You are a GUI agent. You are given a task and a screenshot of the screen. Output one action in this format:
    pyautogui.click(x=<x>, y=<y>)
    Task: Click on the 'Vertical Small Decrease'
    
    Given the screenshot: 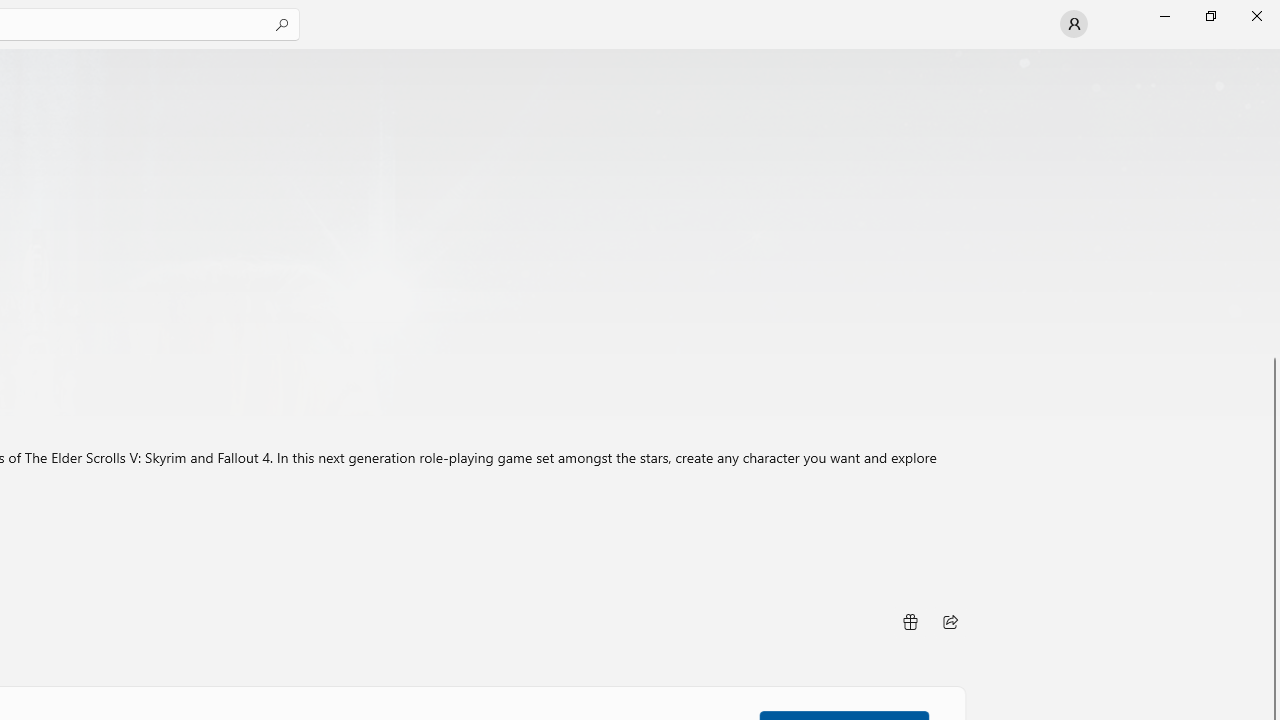 What is the action you would take?
    pyautogui.click(x=1271, y=54)
    